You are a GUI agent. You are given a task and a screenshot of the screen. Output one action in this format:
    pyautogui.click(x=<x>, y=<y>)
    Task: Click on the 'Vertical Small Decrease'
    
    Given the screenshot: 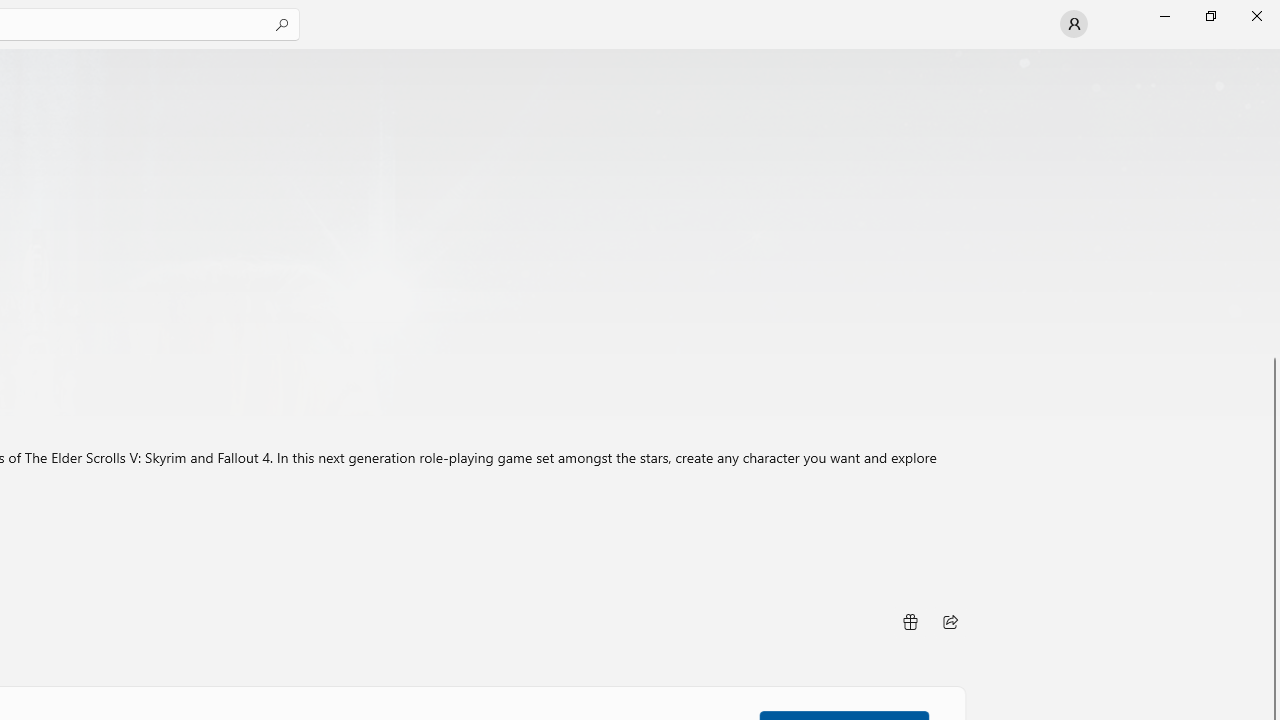 What is the action you would take?
    pyautogui.click(x=1271, y=54)
    